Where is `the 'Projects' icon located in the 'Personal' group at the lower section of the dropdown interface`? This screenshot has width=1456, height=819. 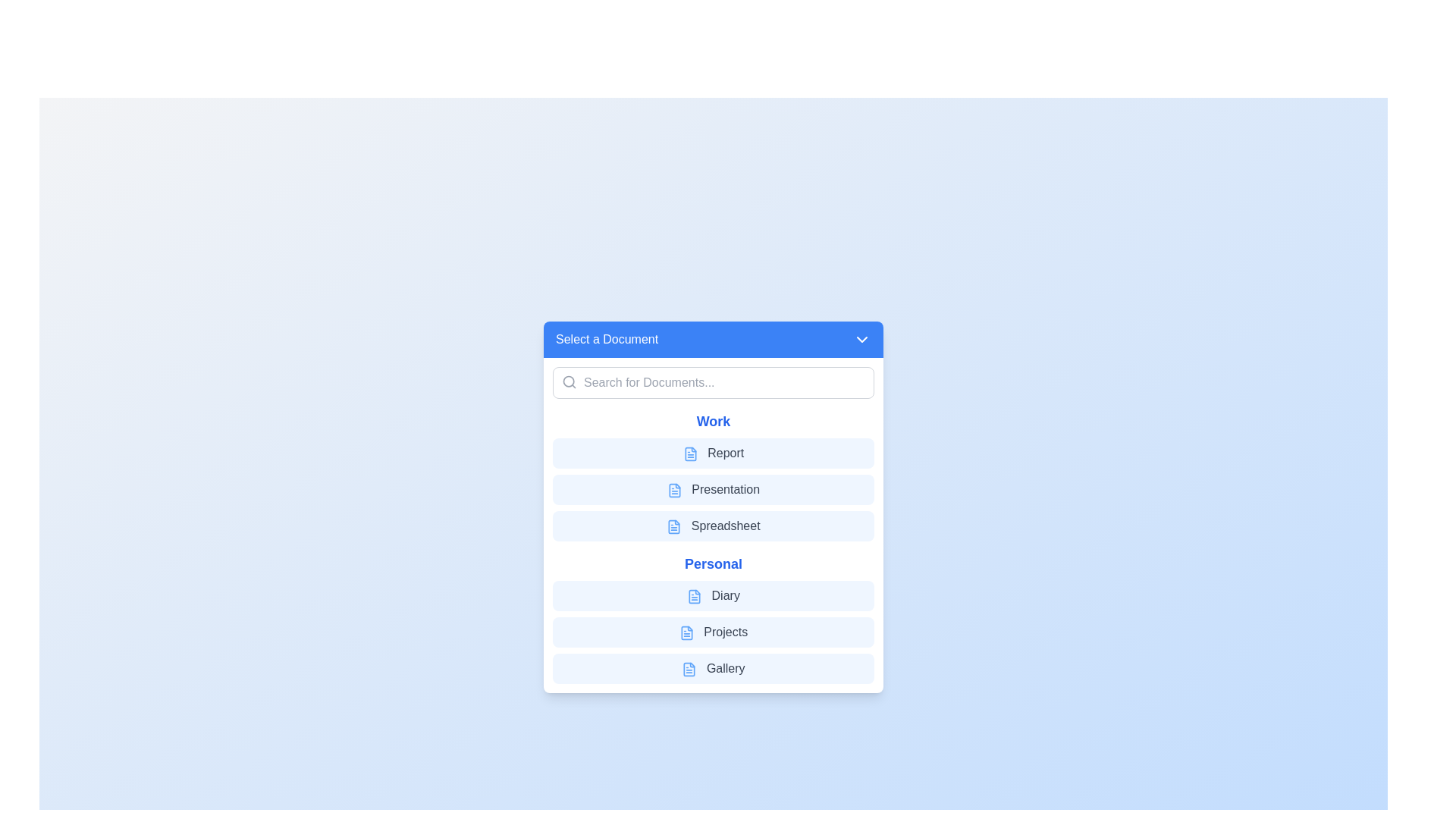
the 'Projects' icon located in the 'Personal' group at the lower section of the dropdown interface is located at coordinates (686, 632).